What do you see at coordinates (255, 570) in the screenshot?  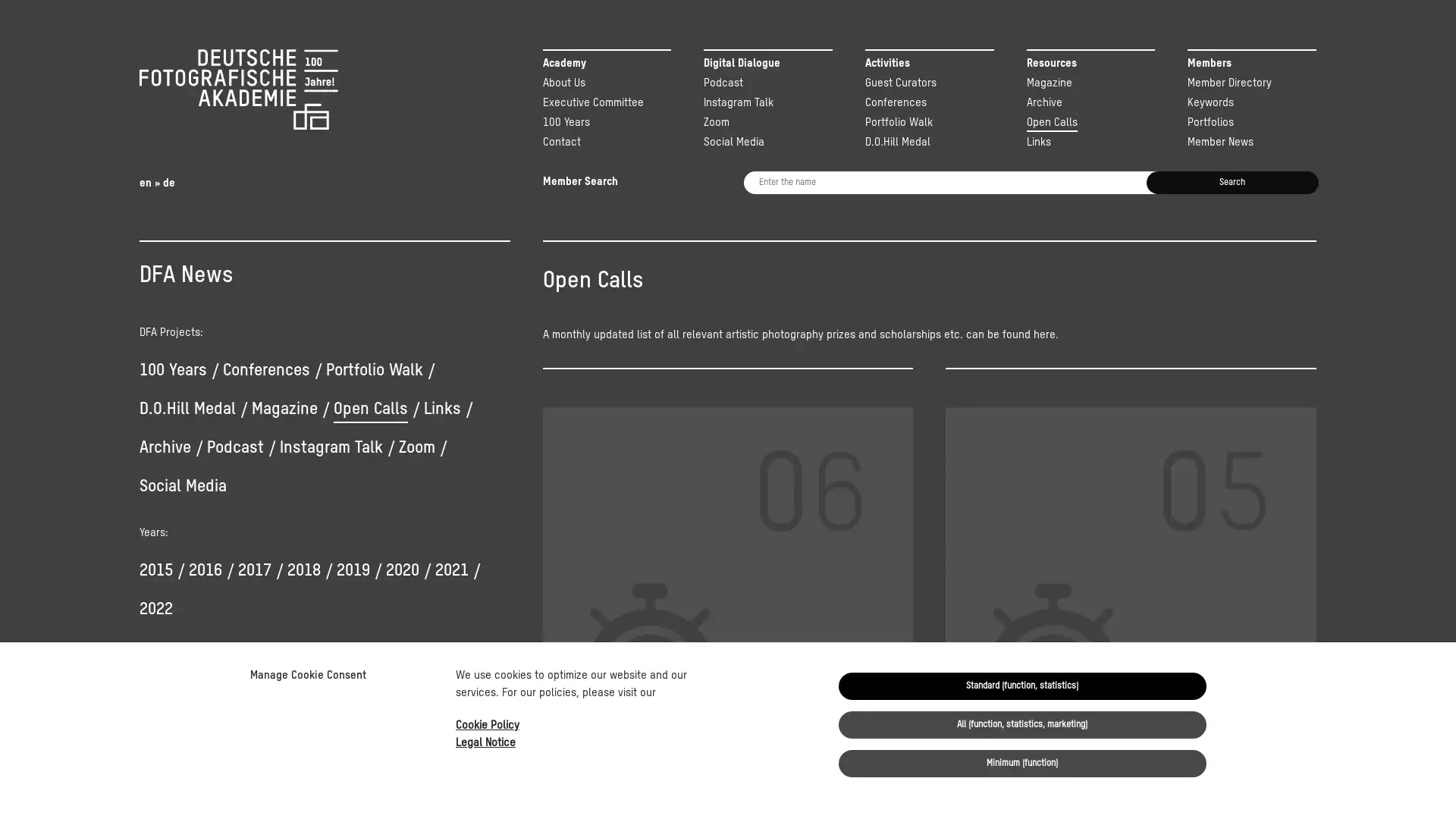 I see `2017` at bounding box center [255, 570].